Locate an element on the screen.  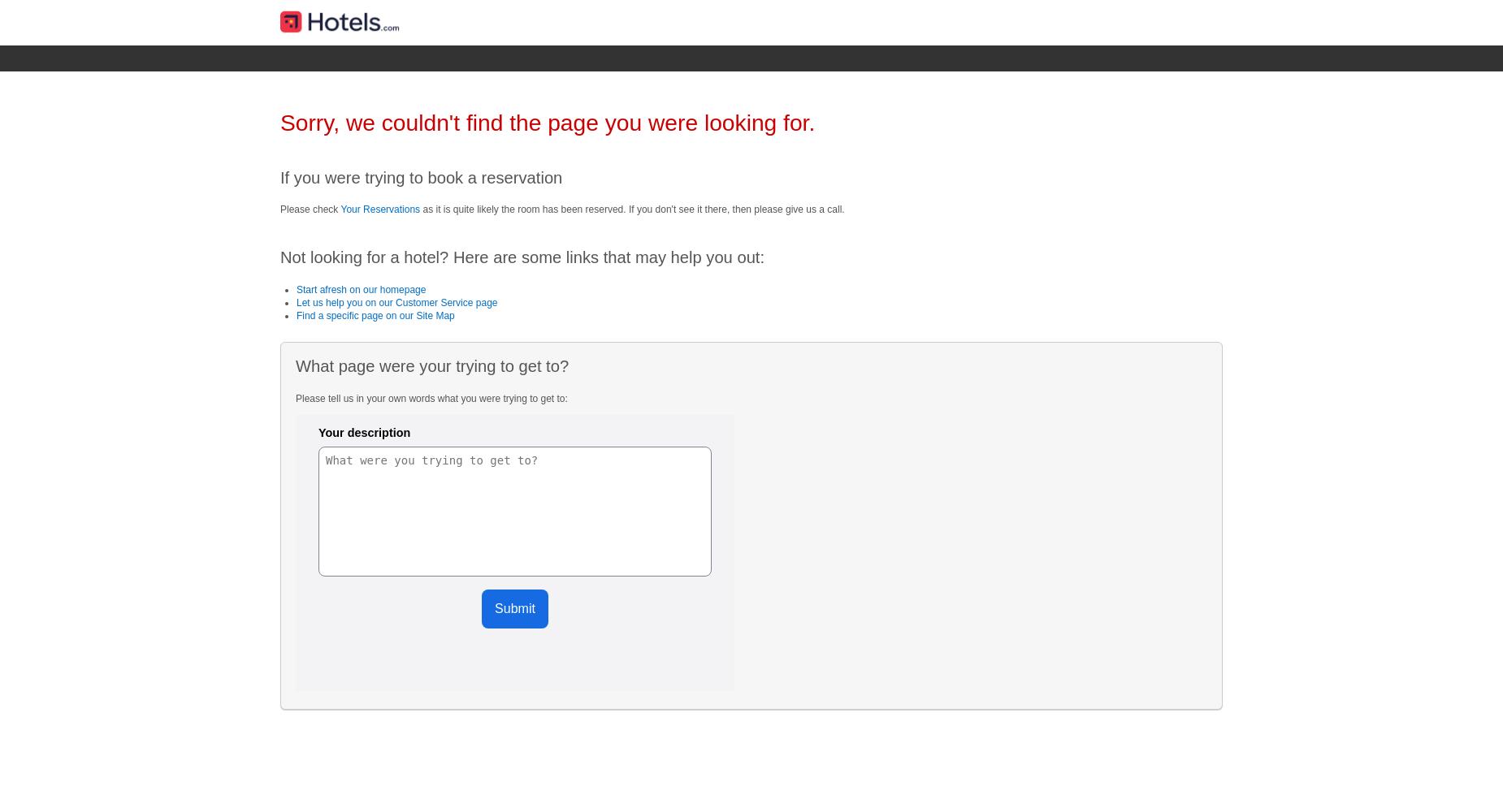
'Let us help you on our Customer Service page' is located at coordinates (296, 301).